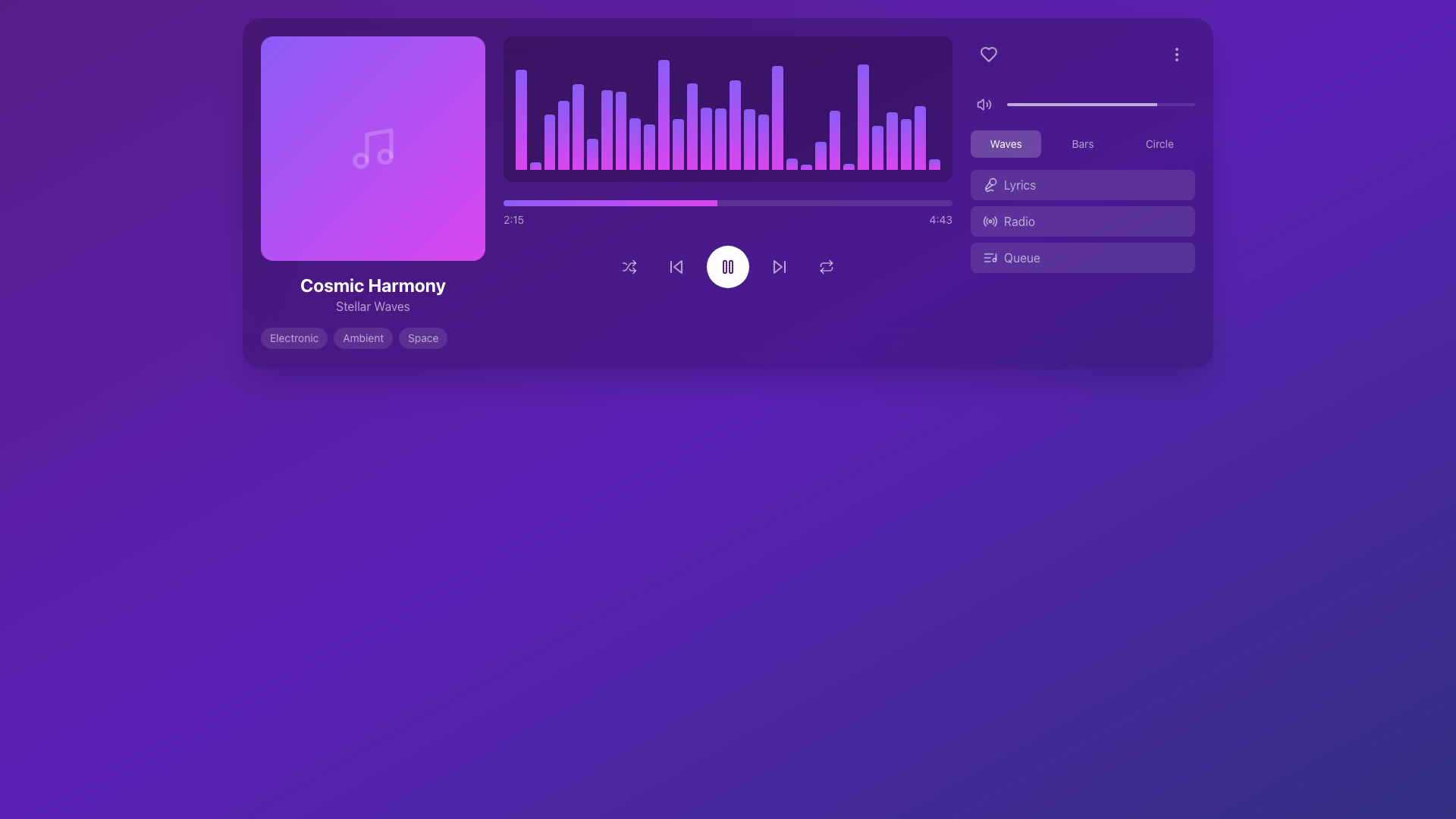 This screenshot has height=819, width=1456. What do you see at coordinates (989, 54) in the screenshot?
I see `the like or favorite button located in the top-right section of the interface, above the playback controls, to initiate hover effects` at bounding box center [989, 54].